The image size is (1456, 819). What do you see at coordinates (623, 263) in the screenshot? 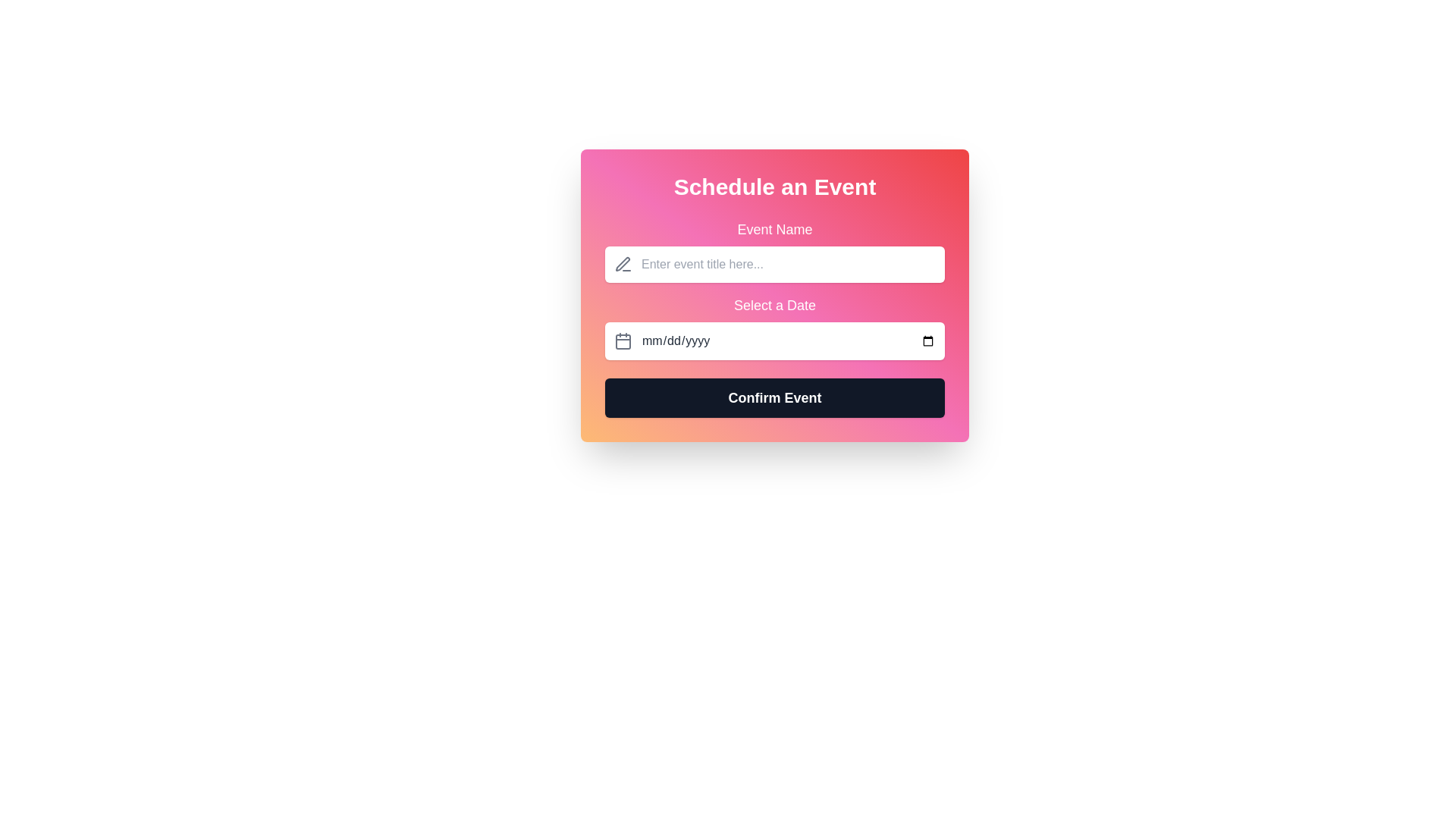
I see `the gray pen-shaped icon located directly to the left of the text input field with the placeholder 'Enter event title here...'` at bounding box center [623, 263].